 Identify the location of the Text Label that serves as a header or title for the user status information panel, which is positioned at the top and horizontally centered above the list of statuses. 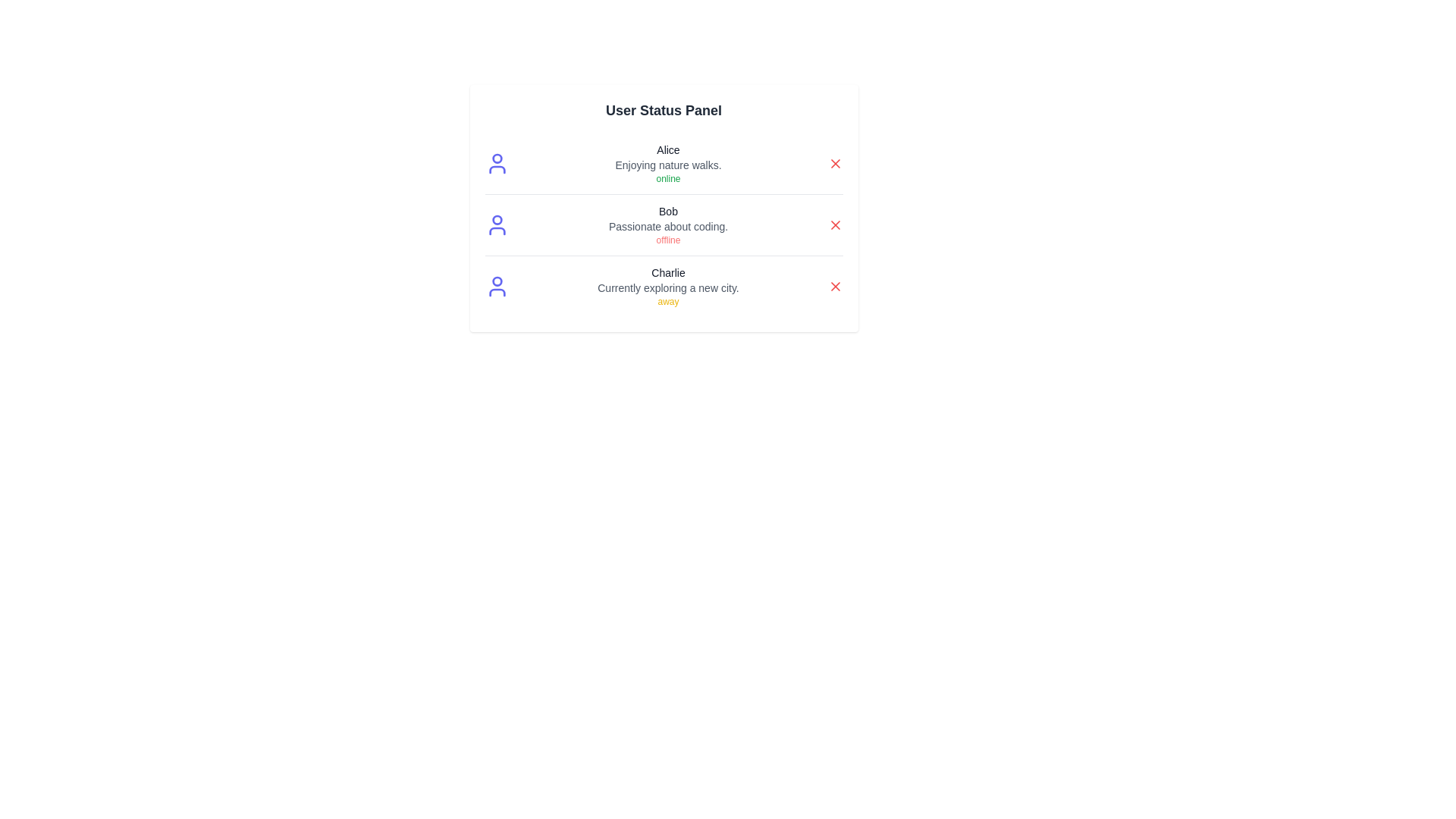
(664, 110).